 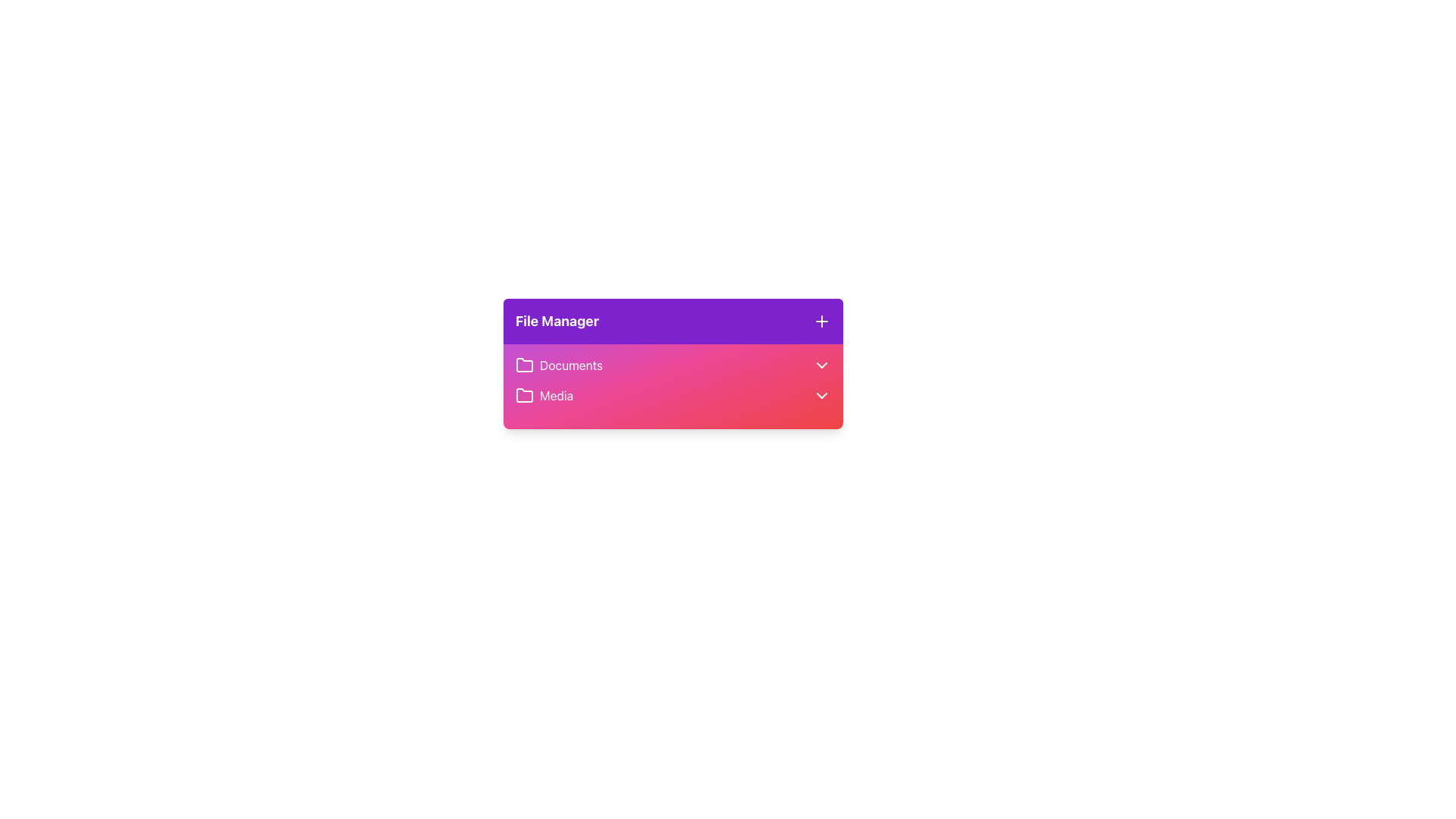 I want to click on the first row in the File Manager that represents the 'Documents' section, so click(x=673, y=366).